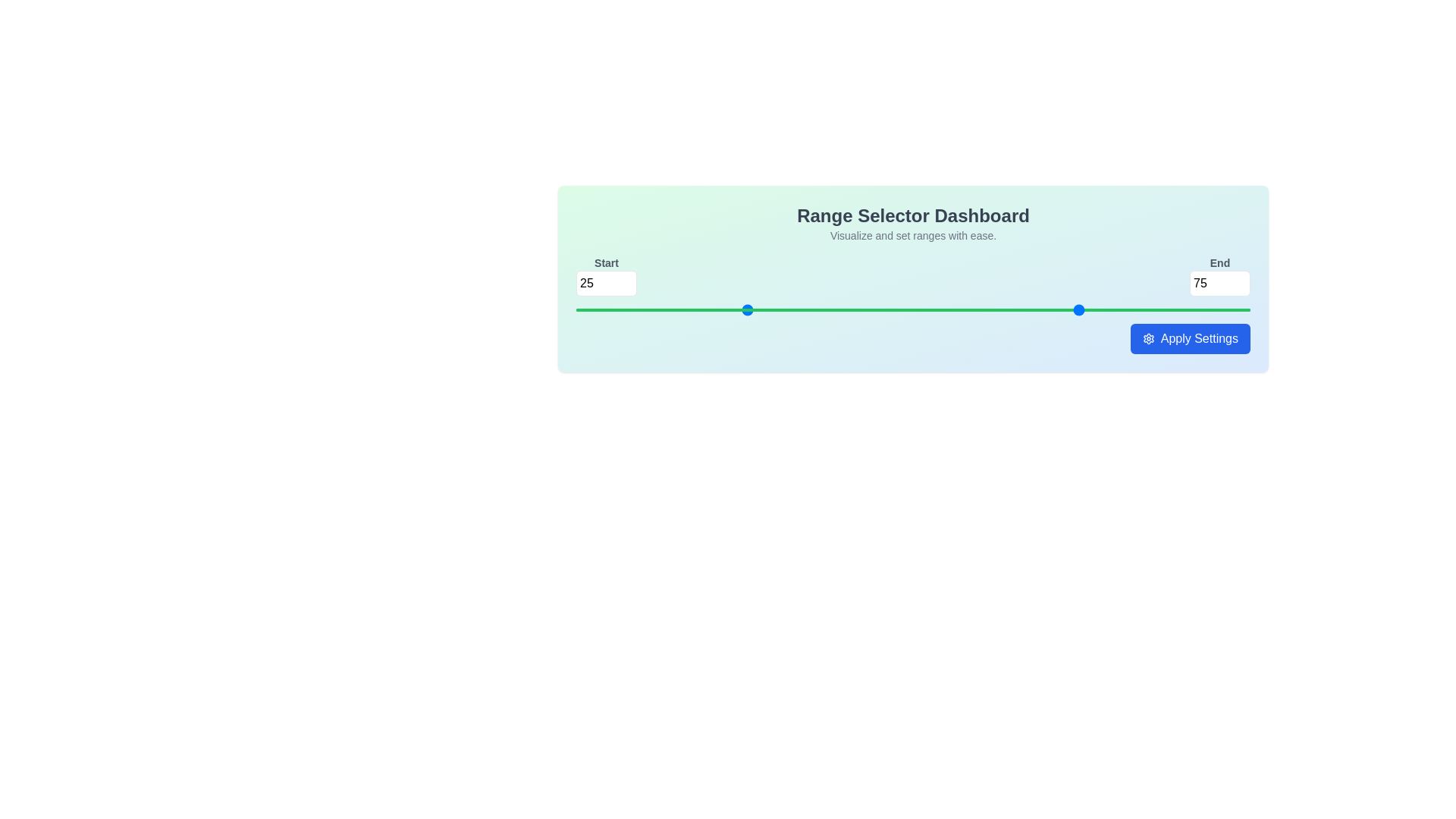  What do you see at coordinates (607, 262) in the screenshot?
I see `the Text label that indicates the starting value for a range, located at the top-left corner of the user interface` at bounding box center [607, 262].